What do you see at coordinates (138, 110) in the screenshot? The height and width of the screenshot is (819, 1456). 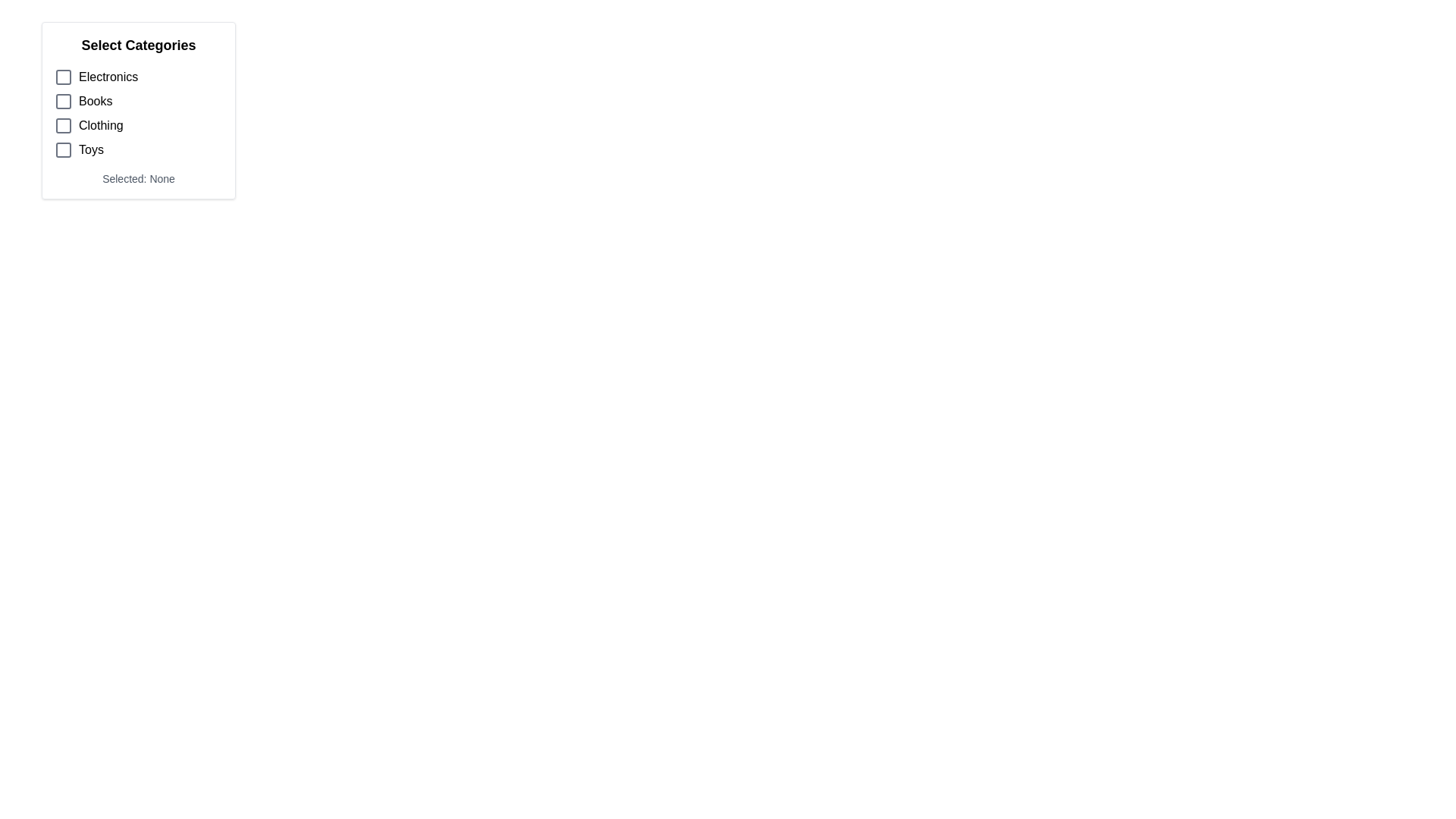 I see `the Group Box containing multiple clickable items` at bounding box center [138, 110].